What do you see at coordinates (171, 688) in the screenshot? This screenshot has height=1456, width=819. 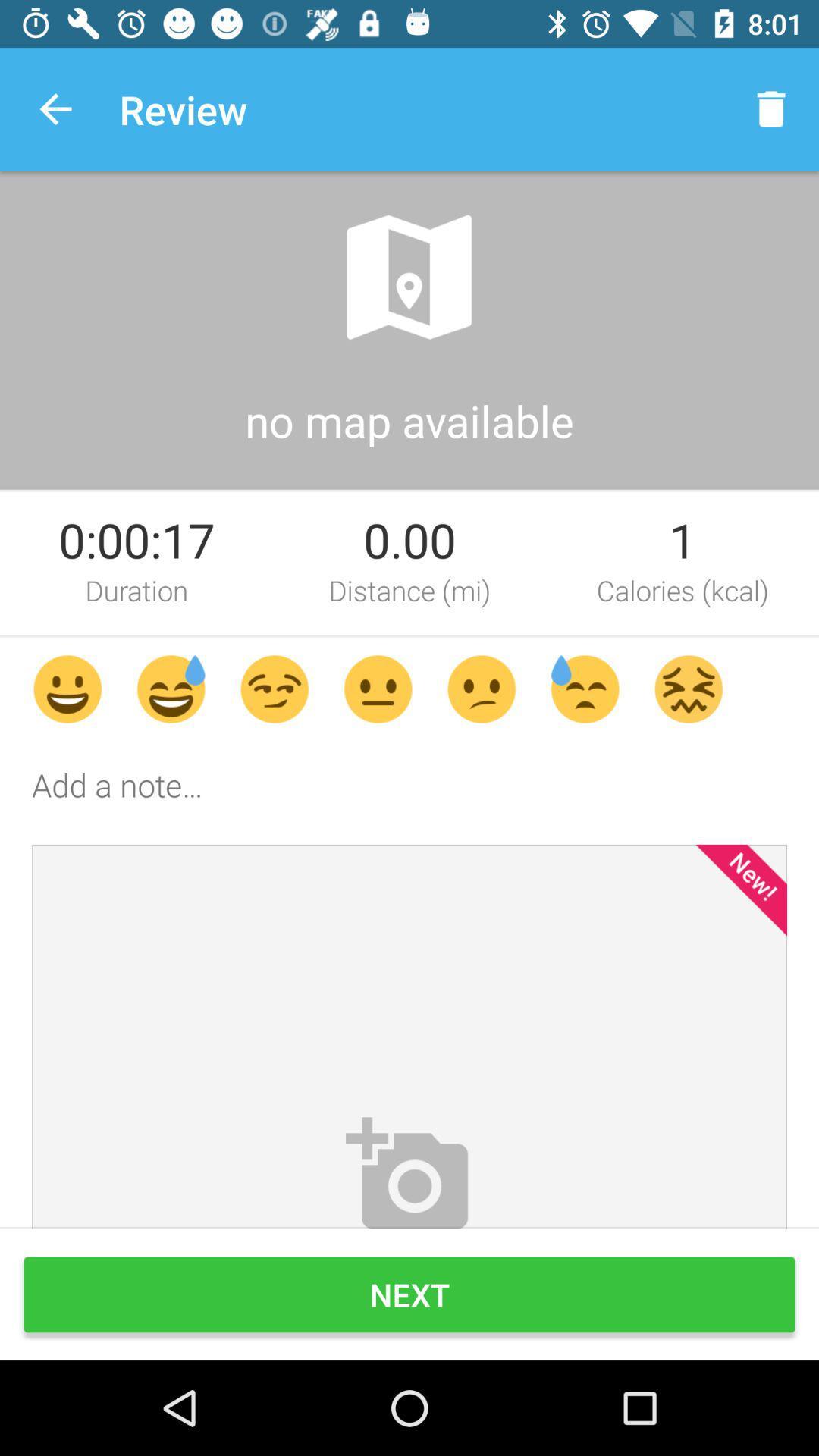 I see `the emoji icon` at bounding box center [171, 688].